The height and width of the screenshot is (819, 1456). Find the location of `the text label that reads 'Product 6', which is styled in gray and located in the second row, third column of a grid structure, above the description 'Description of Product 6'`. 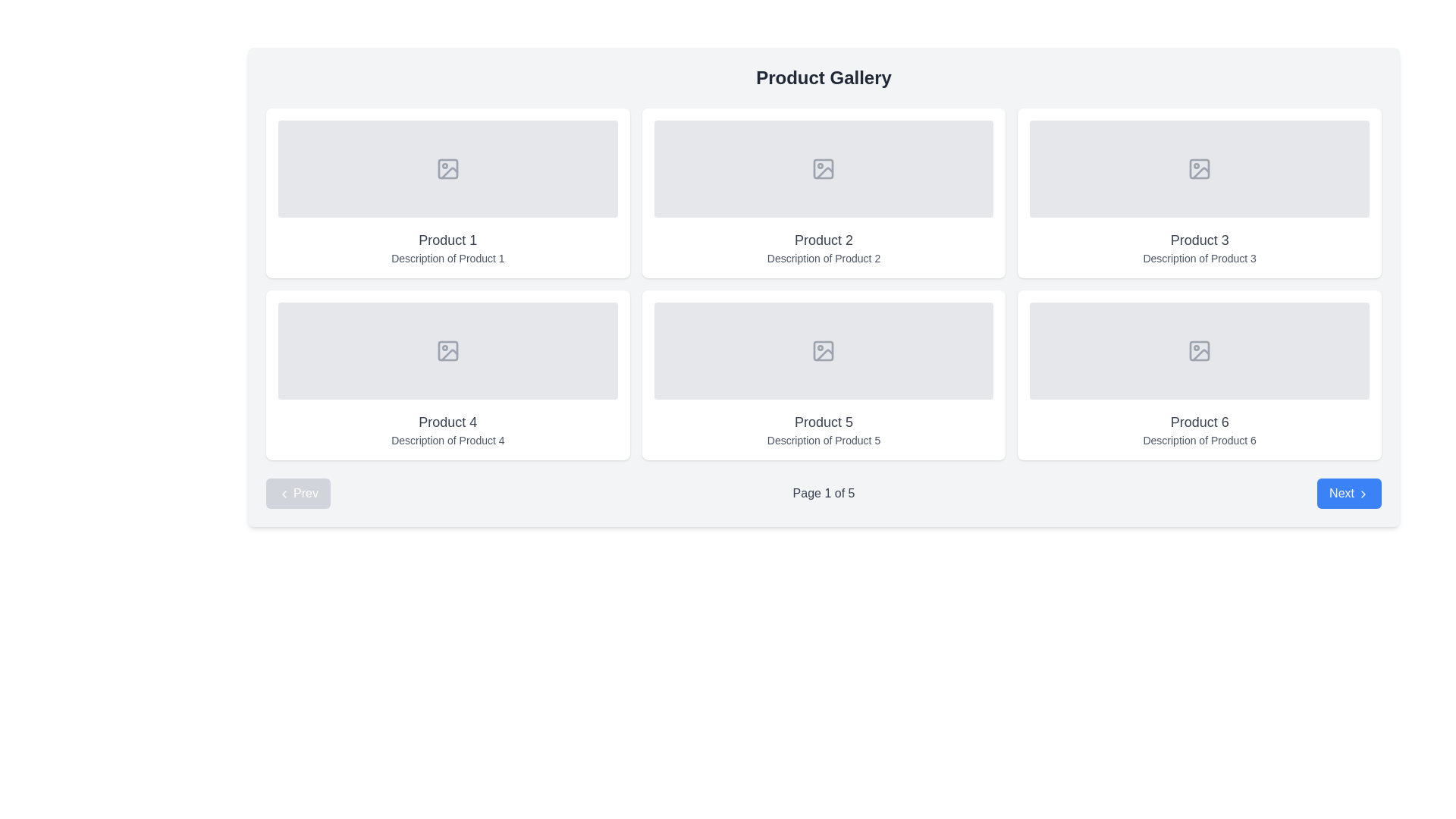

the text label that reads 'Product 6', which is styled in gray and located in the second row, third column of a grid structure, above the description 'Description of Product 6' is located at coordinates (1199, 422).